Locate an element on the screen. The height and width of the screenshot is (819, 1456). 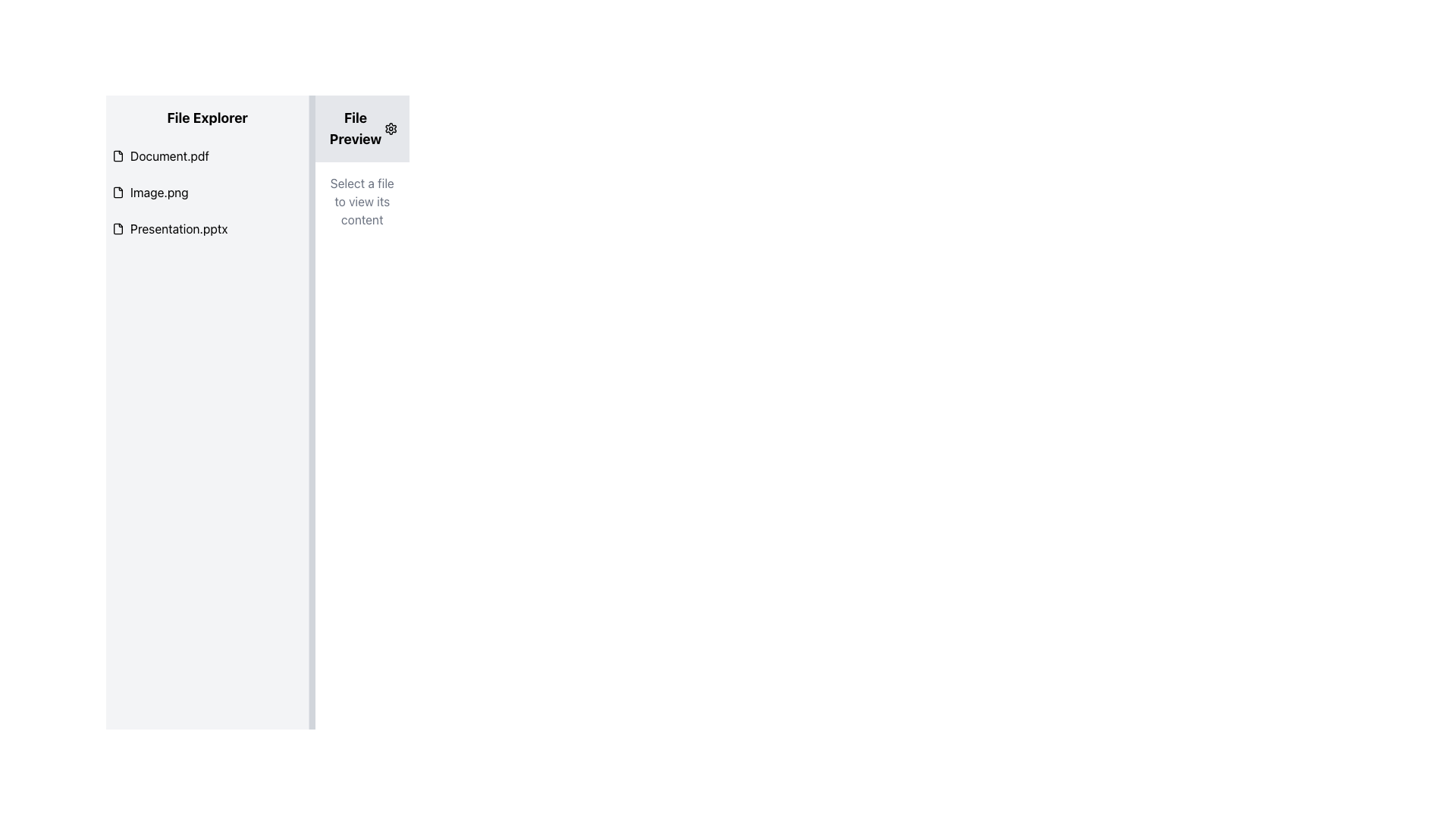
the settings icon of the 'File Preview' label located near the top-right section of the interface to adjust settings is located at coordinates (361, 127).